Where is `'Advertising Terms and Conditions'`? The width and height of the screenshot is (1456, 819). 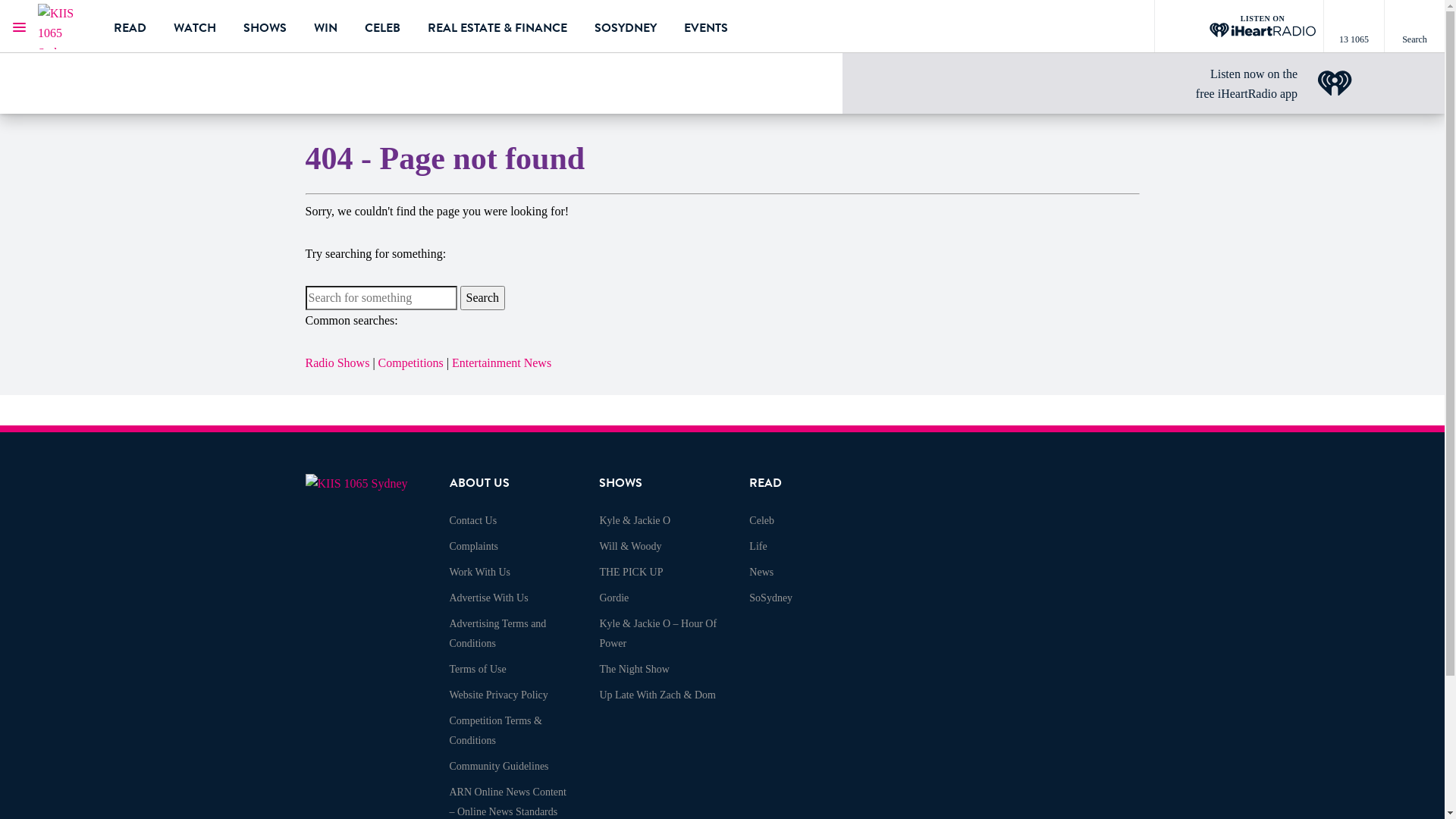 'Advertising Terms and Conditions' is located at coordinates (497, 633).